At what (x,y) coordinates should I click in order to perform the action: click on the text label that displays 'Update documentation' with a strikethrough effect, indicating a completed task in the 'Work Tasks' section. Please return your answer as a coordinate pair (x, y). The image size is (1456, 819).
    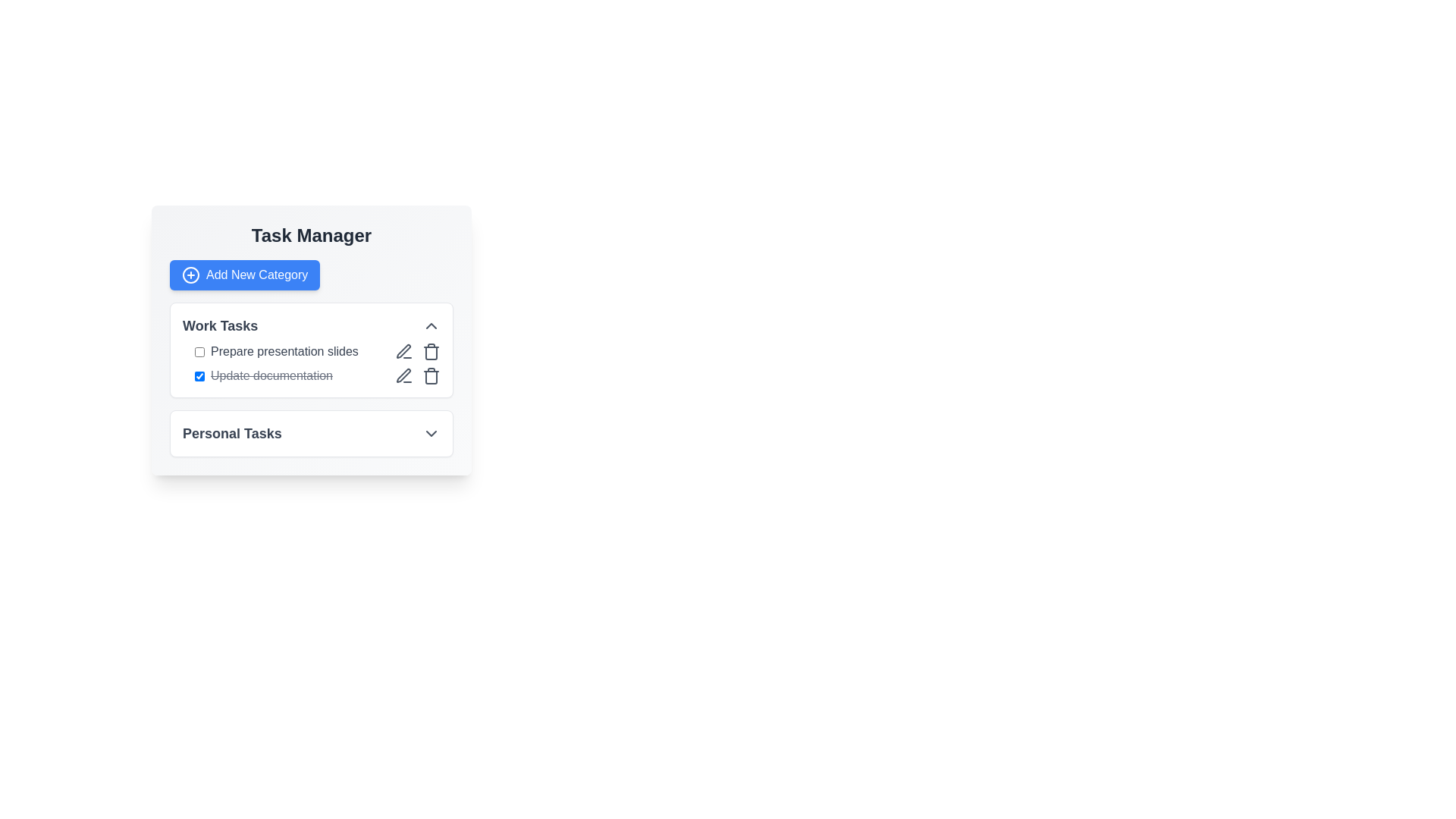
    Looking at the image, I should click on (271, 375).